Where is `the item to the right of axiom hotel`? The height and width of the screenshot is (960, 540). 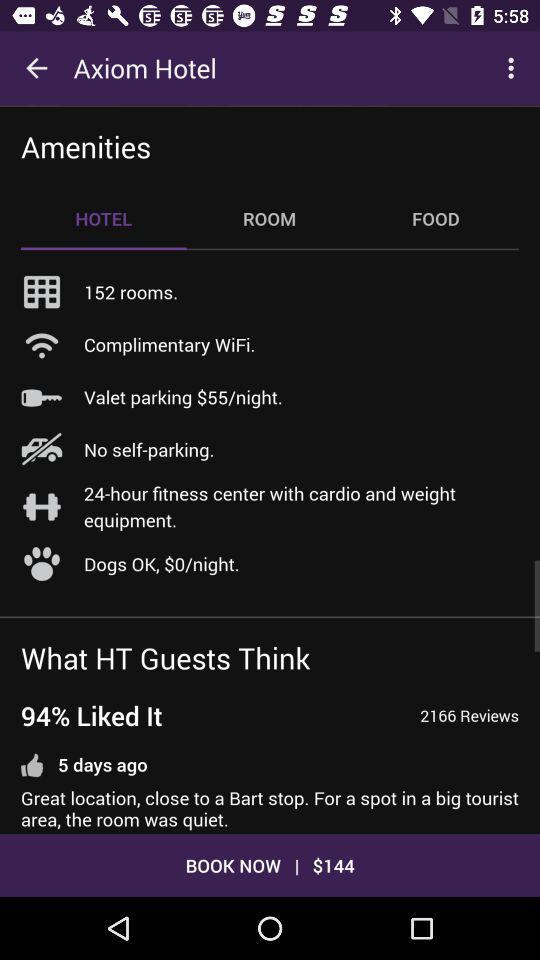
the item to the right of axiom hotel is located at coordinates (513, 68).